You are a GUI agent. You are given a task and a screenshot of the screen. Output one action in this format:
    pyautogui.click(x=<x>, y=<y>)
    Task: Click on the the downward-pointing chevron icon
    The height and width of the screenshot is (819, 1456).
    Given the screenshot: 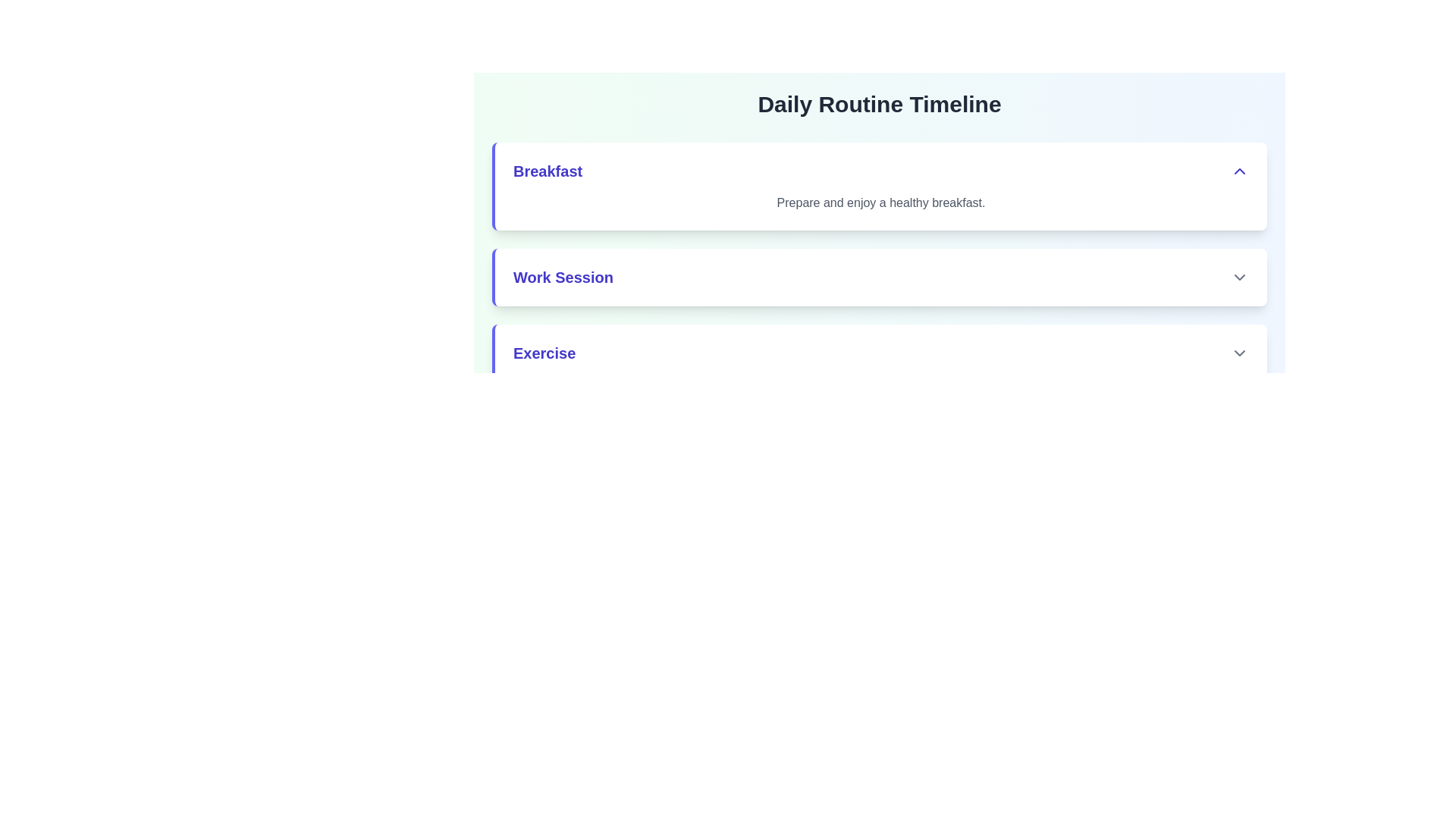 What is the action you would take?
    pyautogui.click(x=1240, y=278)
    